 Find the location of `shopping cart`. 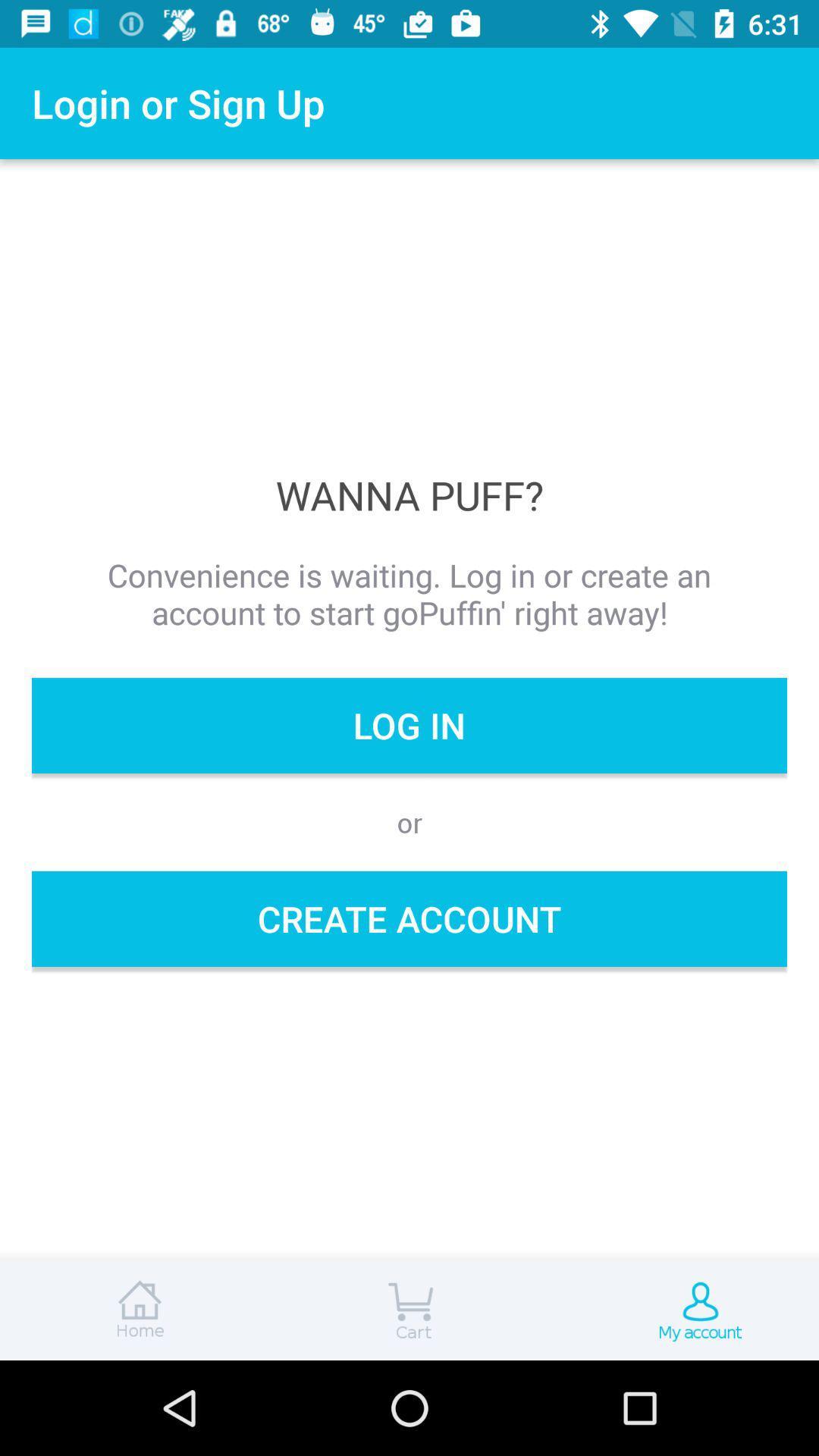

shopping cart is located at coordinates (409, 1310).